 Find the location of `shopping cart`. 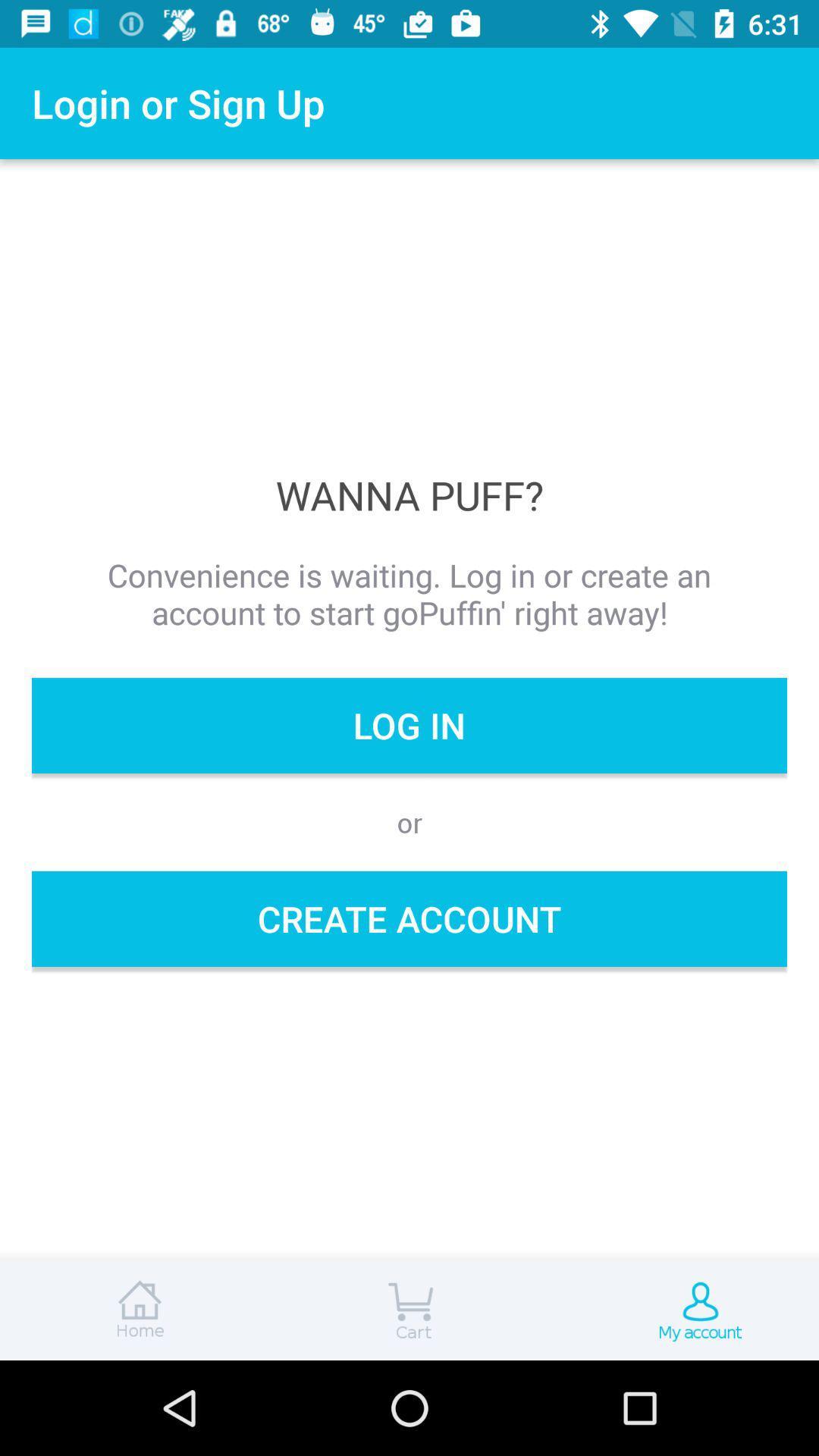

shopping cart is located at coordinates (409, 1310).